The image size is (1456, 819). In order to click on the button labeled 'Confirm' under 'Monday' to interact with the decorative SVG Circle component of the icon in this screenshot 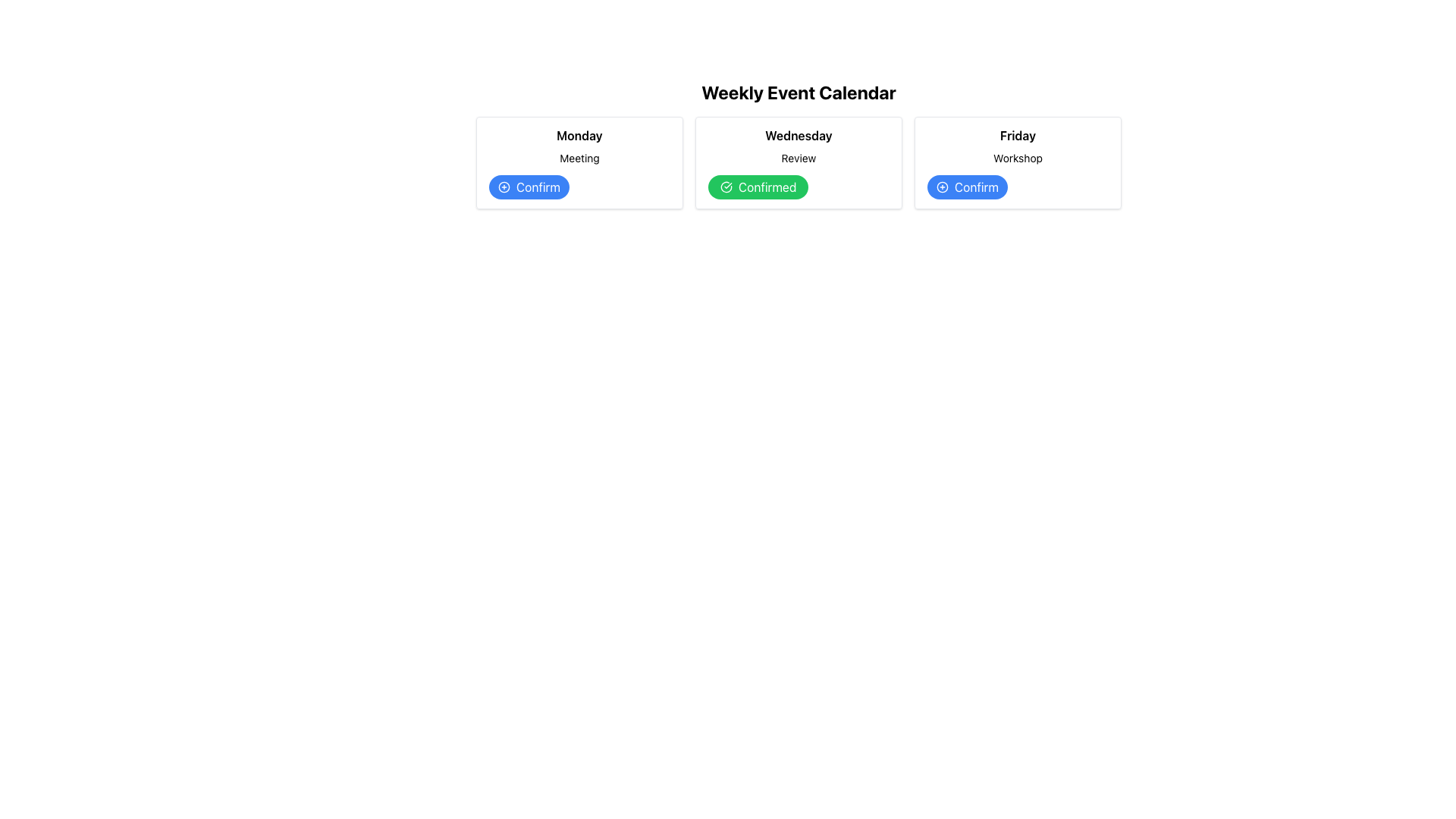, I will do `click(504, 186)`.